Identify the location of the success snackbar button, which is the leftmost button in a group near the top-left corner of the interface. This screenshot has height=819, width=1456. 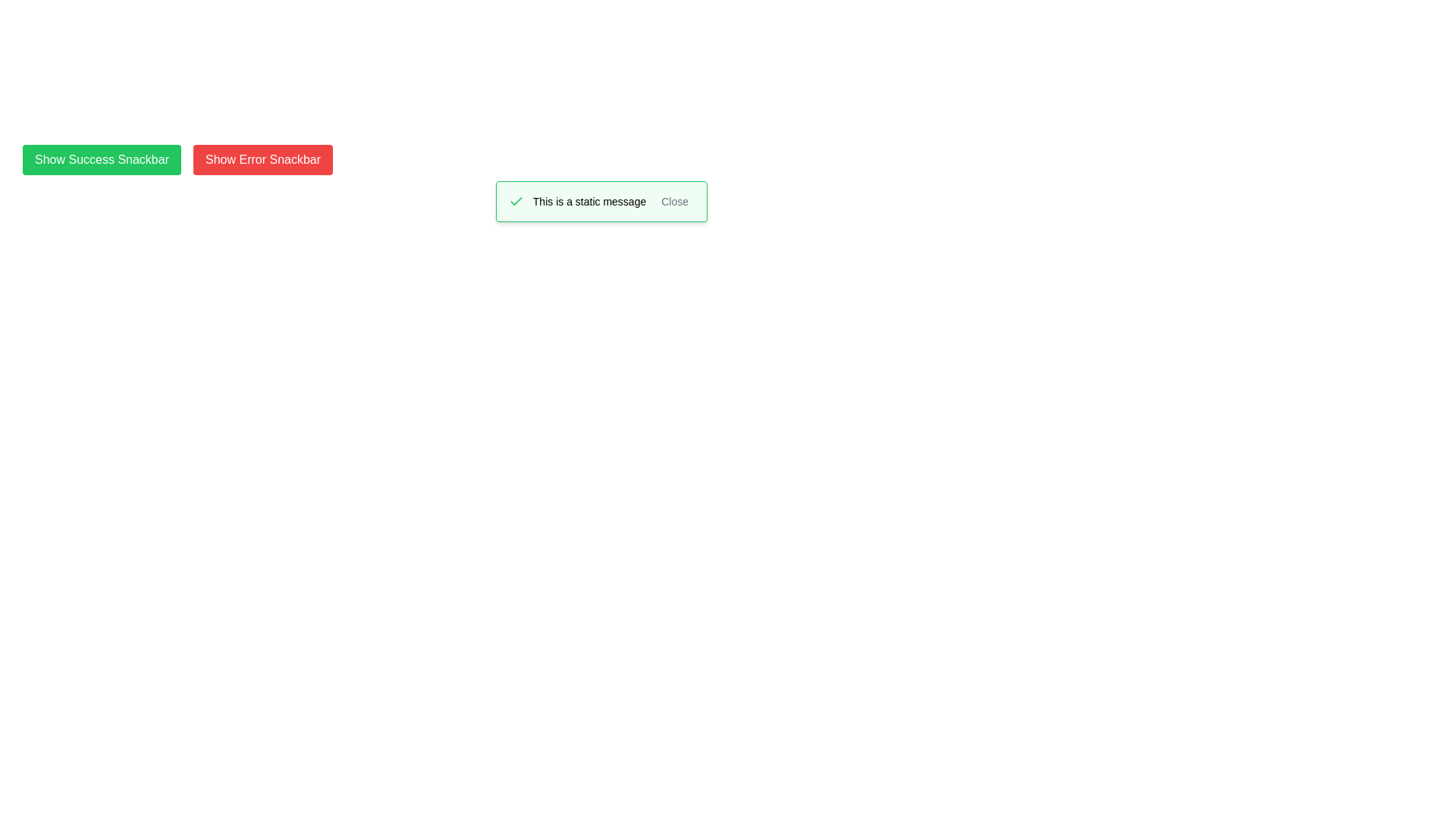
(101, 160).